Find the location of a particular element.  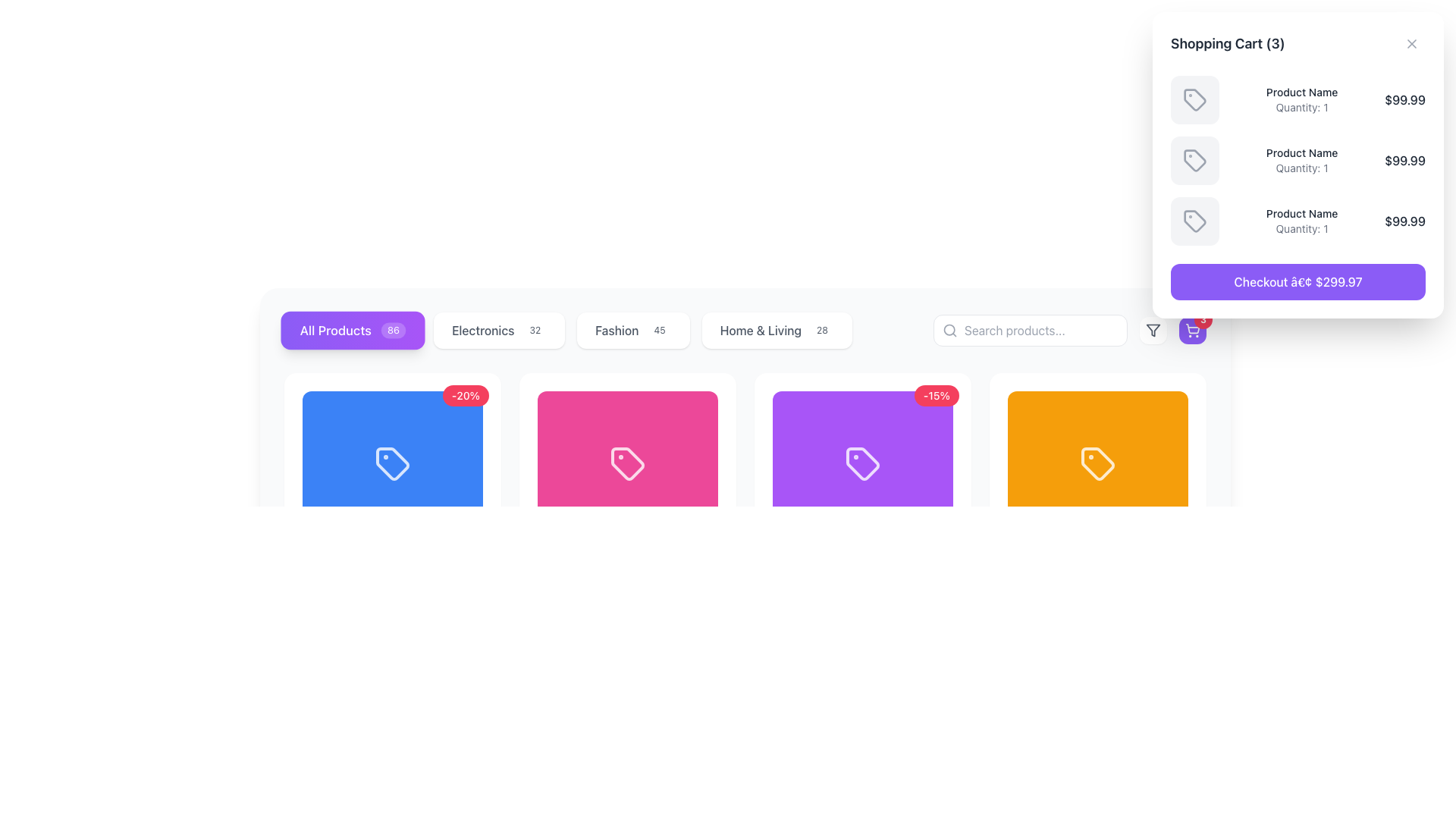

the filter button, which is a small rounded square button with a white background and a gray funnel icon, located between a search icon and a shopping cart icon is located at coordinates (1153, 329).